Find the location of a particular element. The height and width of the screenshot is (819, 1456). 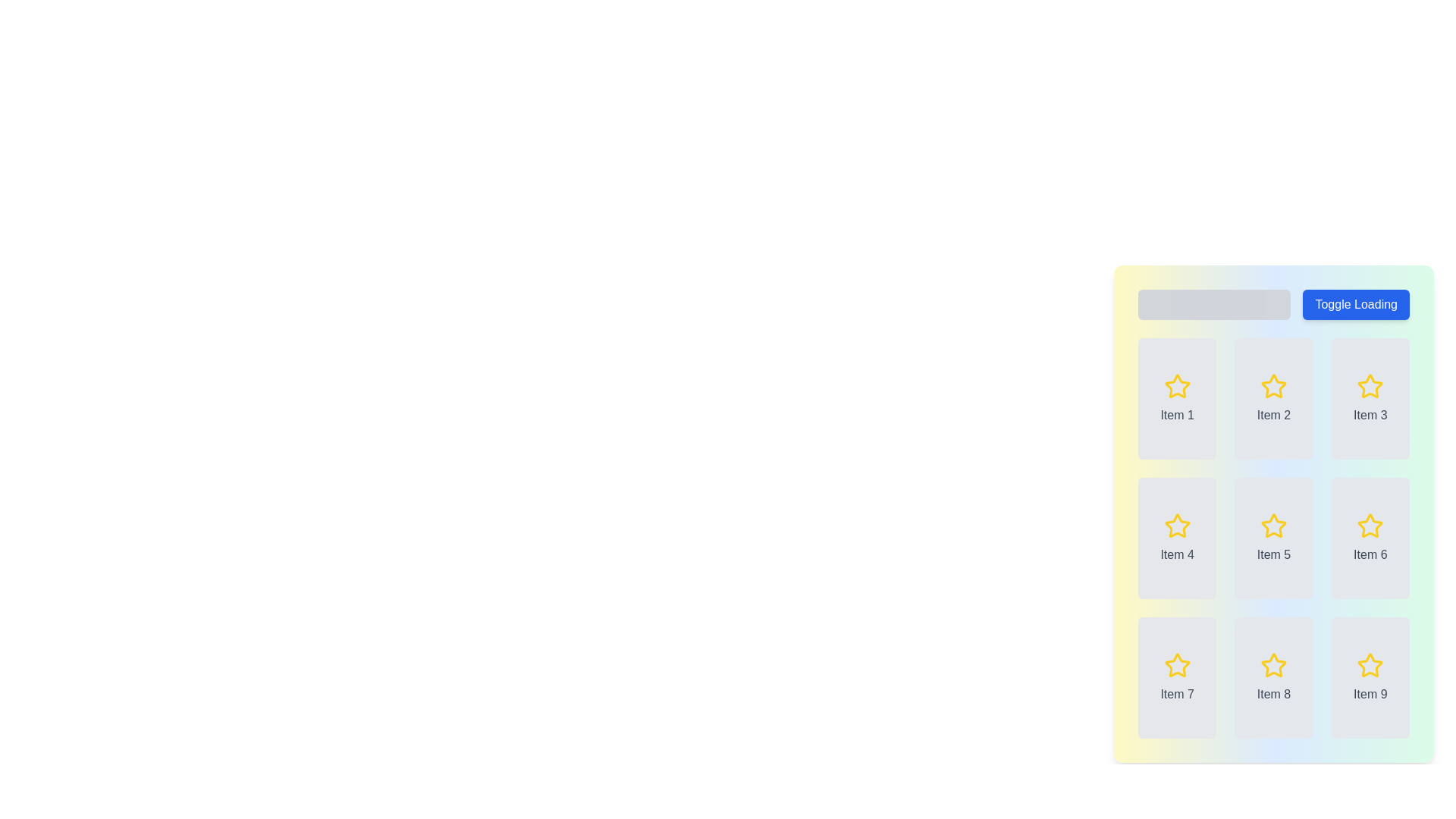

the text label displaying 'Item 1' located below the yellow star icon in the first card of the grid layout is located at coordinates (1176, 415).